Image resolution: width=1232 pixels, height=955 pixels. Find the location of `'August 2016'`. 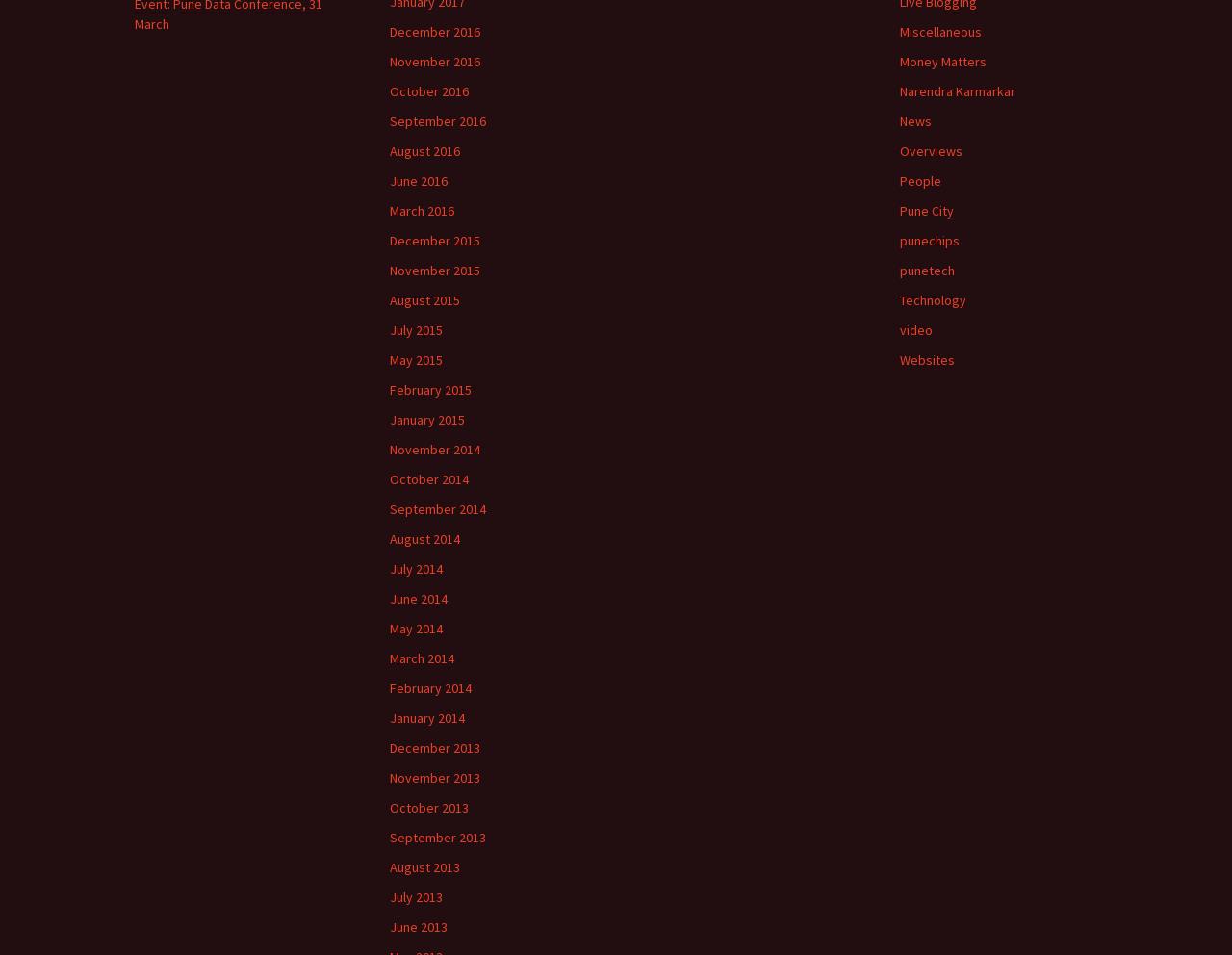

'August 2016' is located at coordinates (423, 151).